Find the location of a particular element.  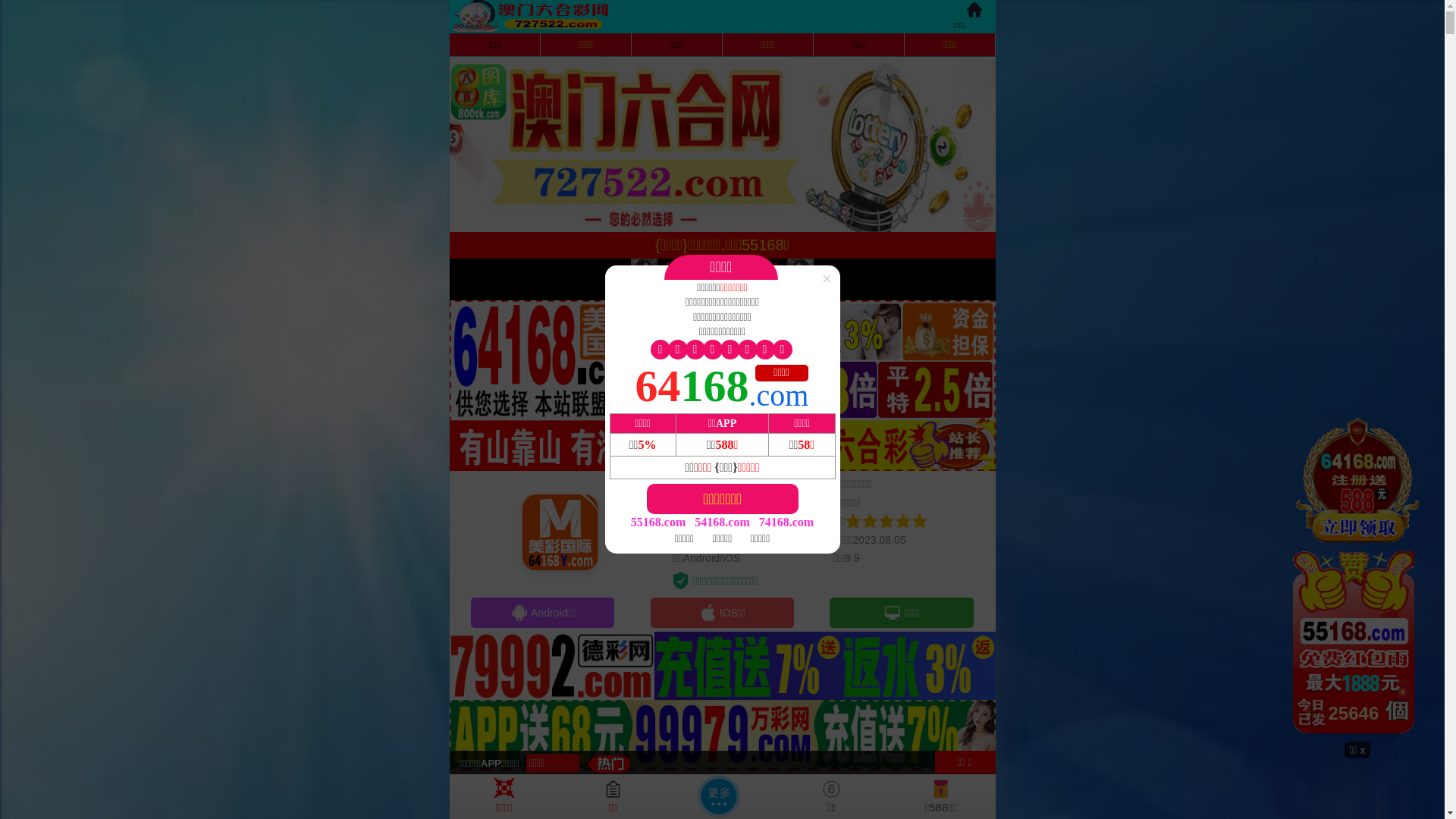

'26092' is located at coordinates (1357, 579).